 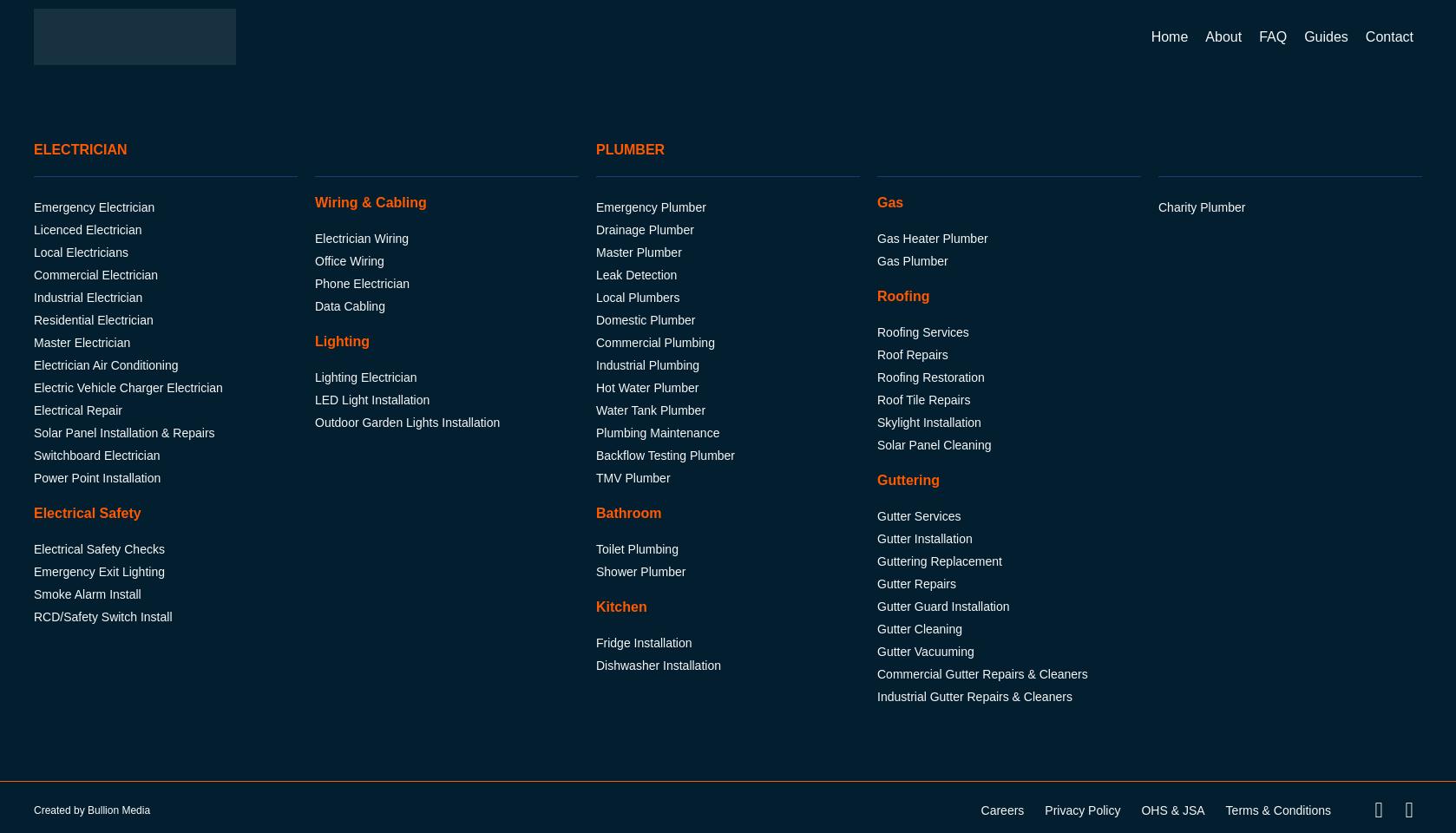 I want to click on 'Terms & Conditions', so click(x=1276, y=810).